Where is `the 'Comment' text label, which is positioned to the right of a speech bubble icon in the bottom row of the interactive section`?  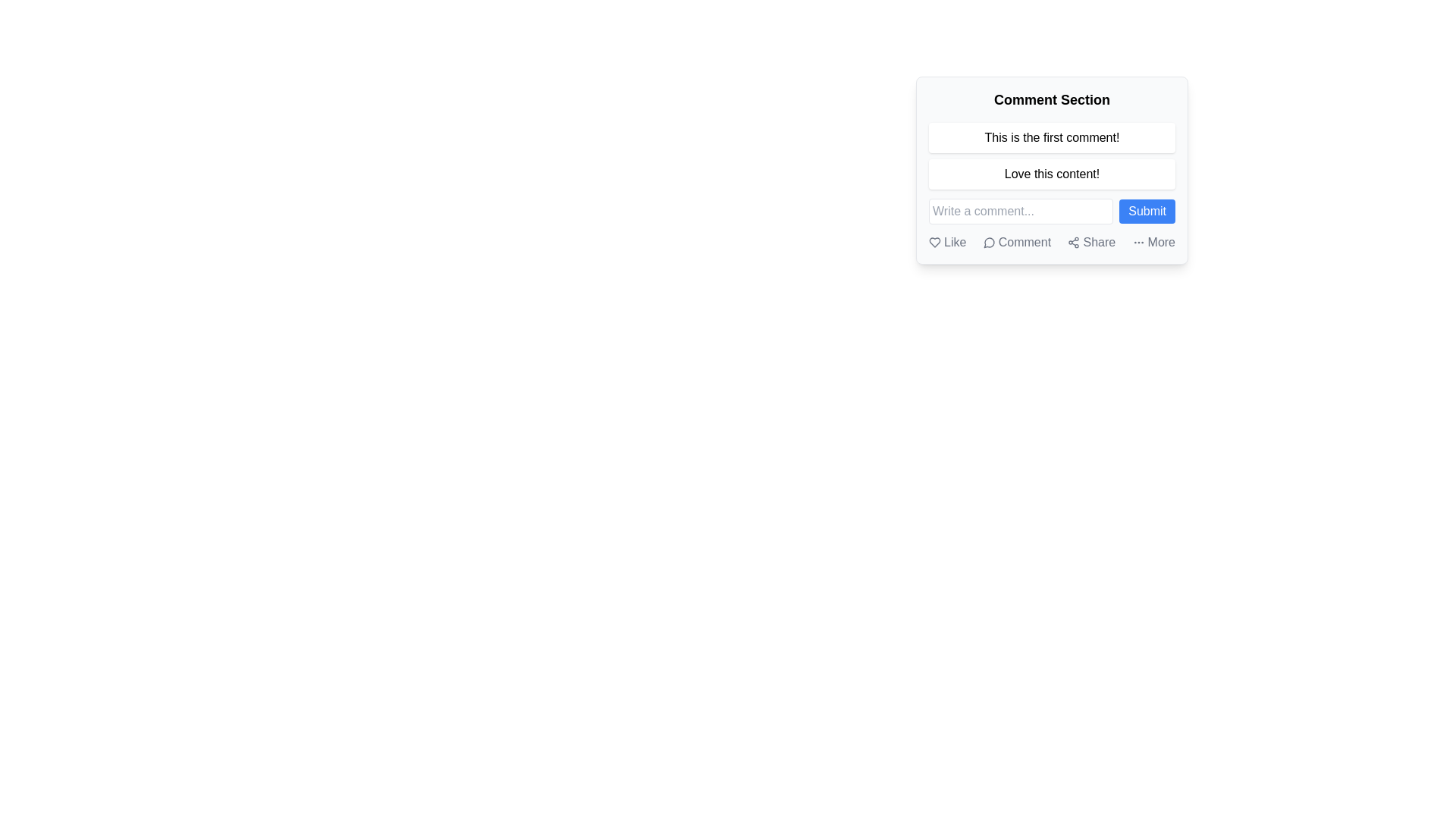 the 'Comment' text label, which is positioned to the right of a speech bubble icon in the bottom row of the interactive section is located at coordinates (1025, 242).